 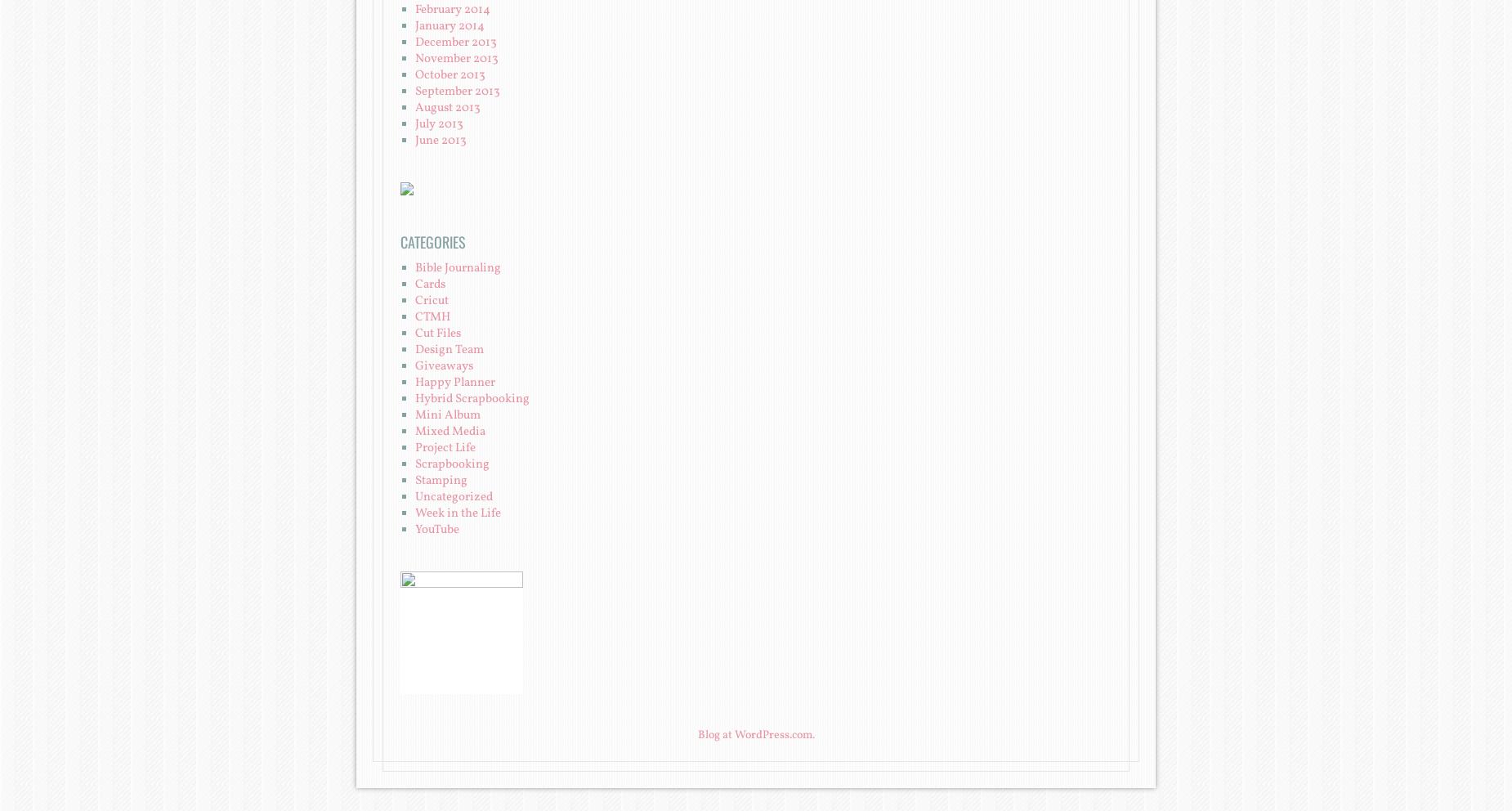 I want to click on 'Cut Files', so click(x=437, y=333).